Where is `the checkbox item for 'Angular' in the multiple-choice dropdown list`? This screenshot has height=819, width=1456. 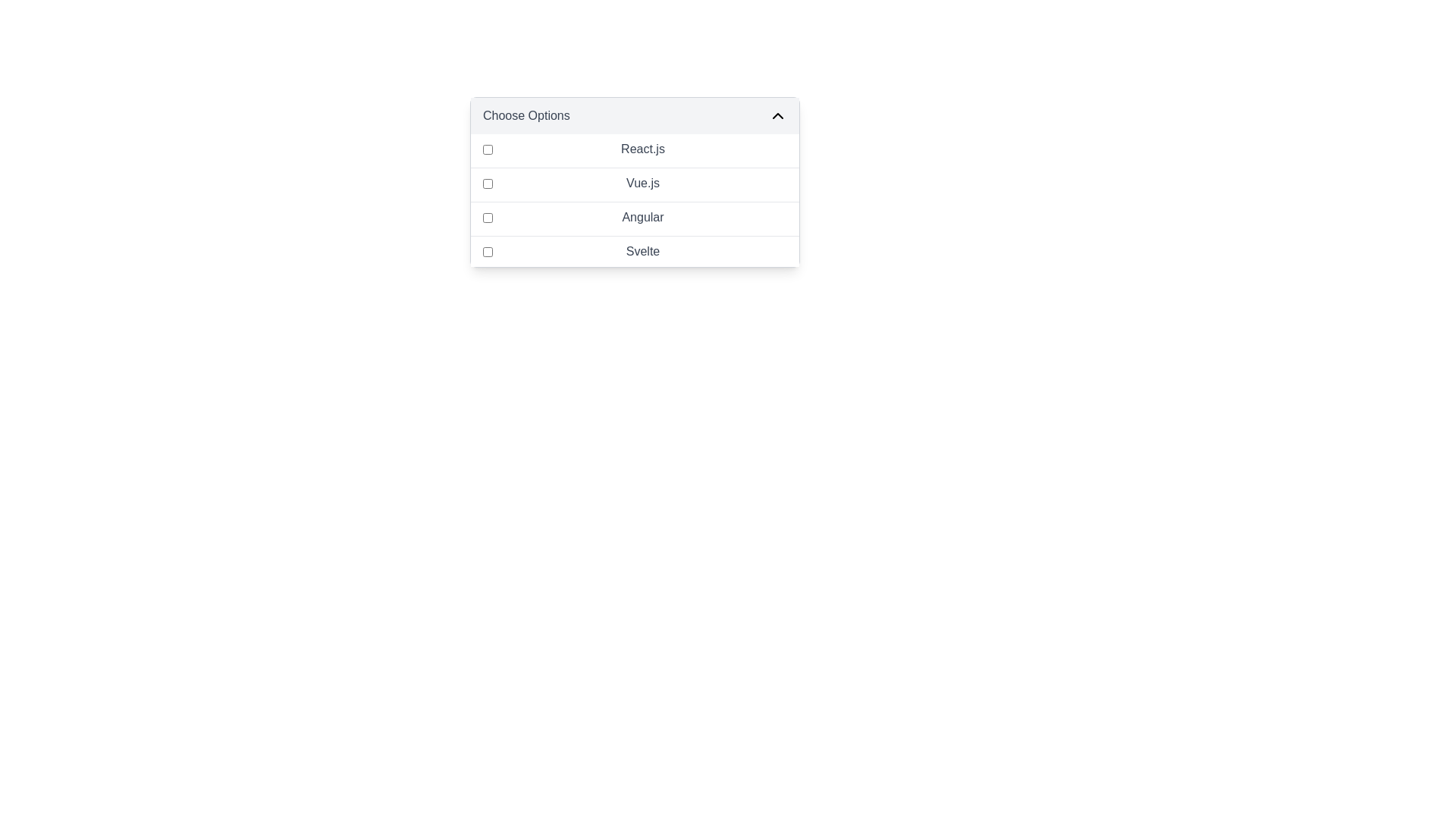
the checkbox item for 'Angular' in the multiple-choice dropdown list is located at coordinates (635, 217).